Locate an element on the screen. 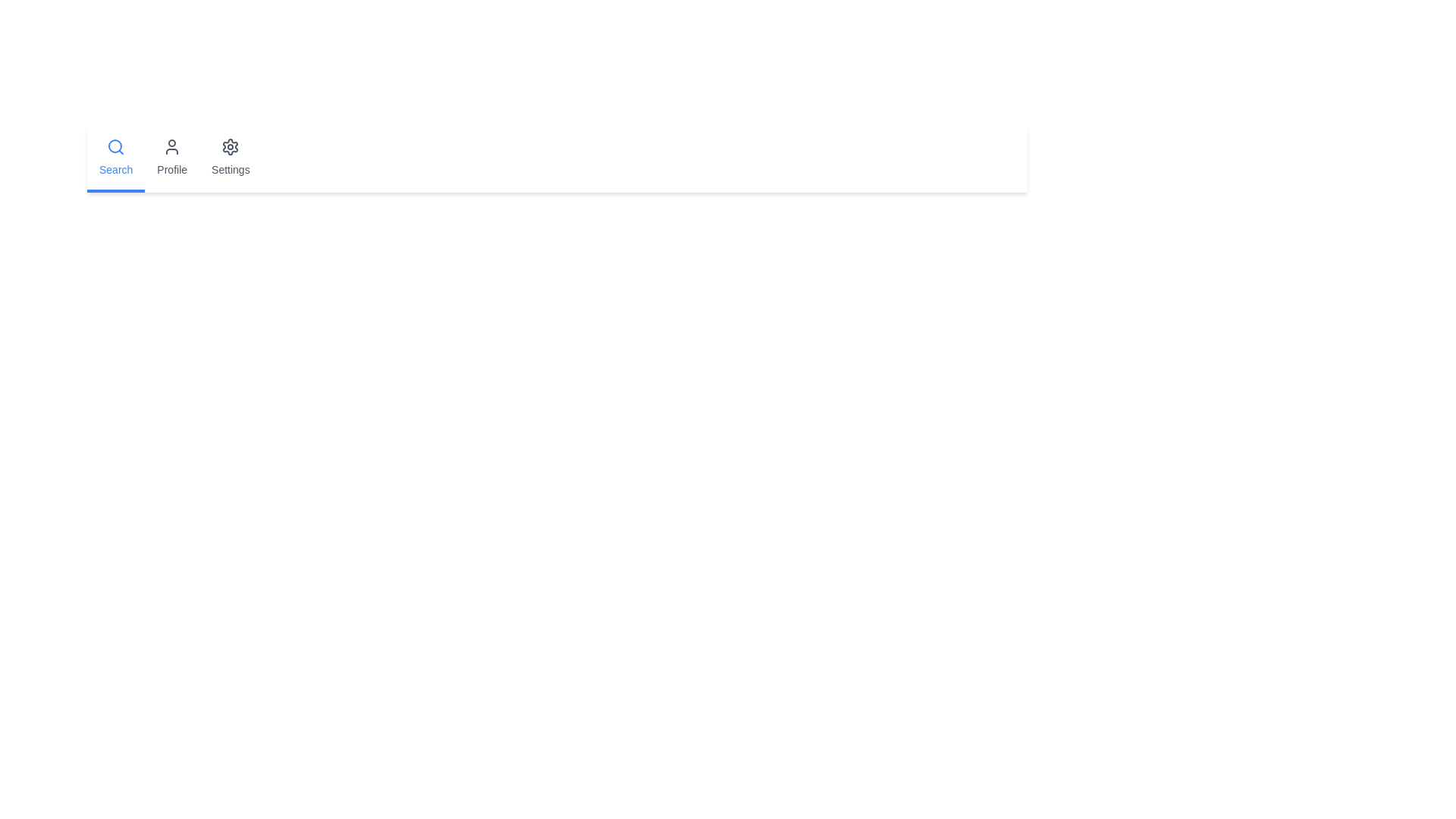 The width and height of the screenshot is (1456, 819). the central gear icon within the 'Settings' option in the horizontal menu bar is located at coordinates (230, 146).